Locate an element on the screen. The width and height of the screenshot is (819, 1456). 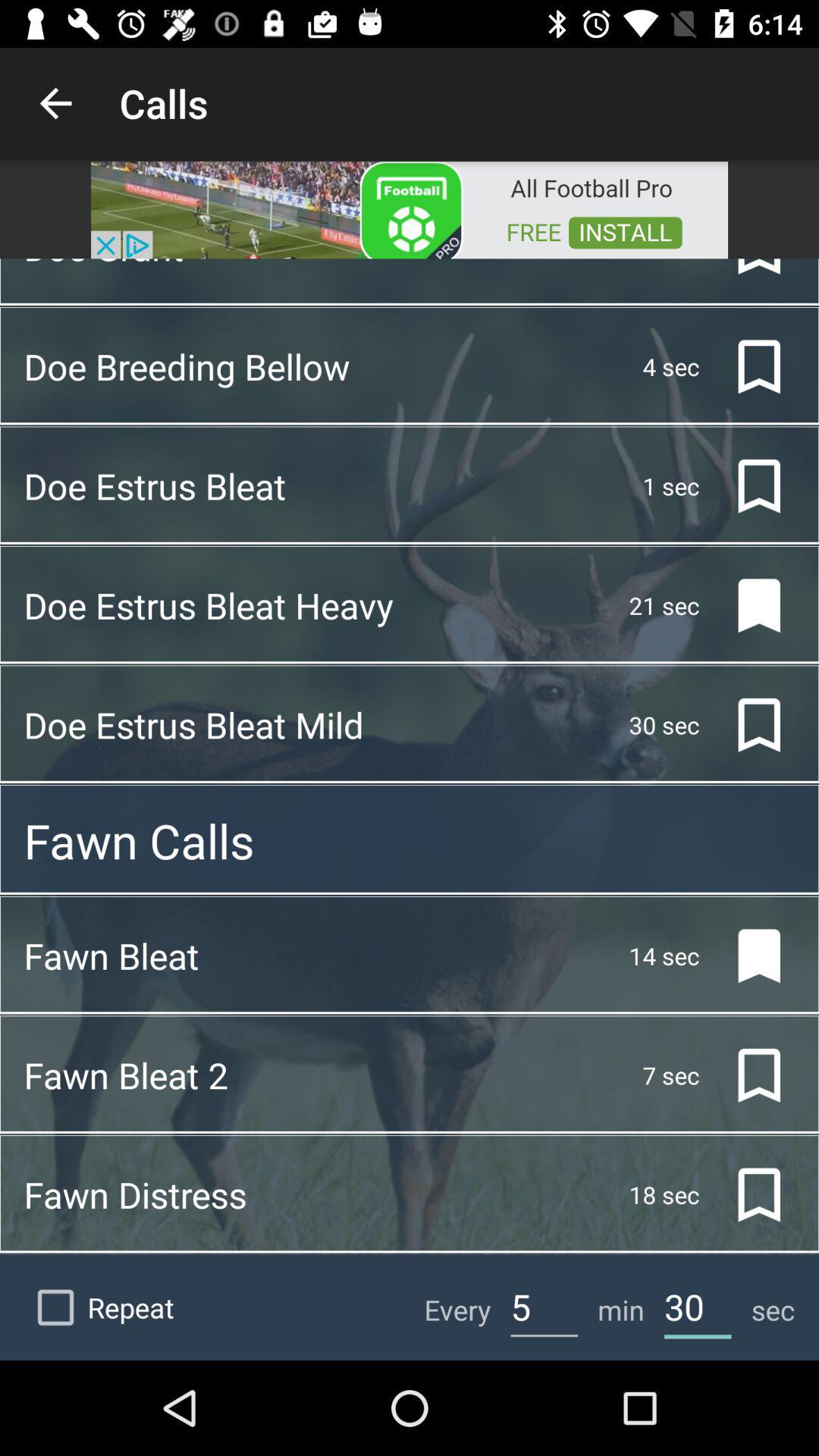
open app is located at coordinates (409, 208).